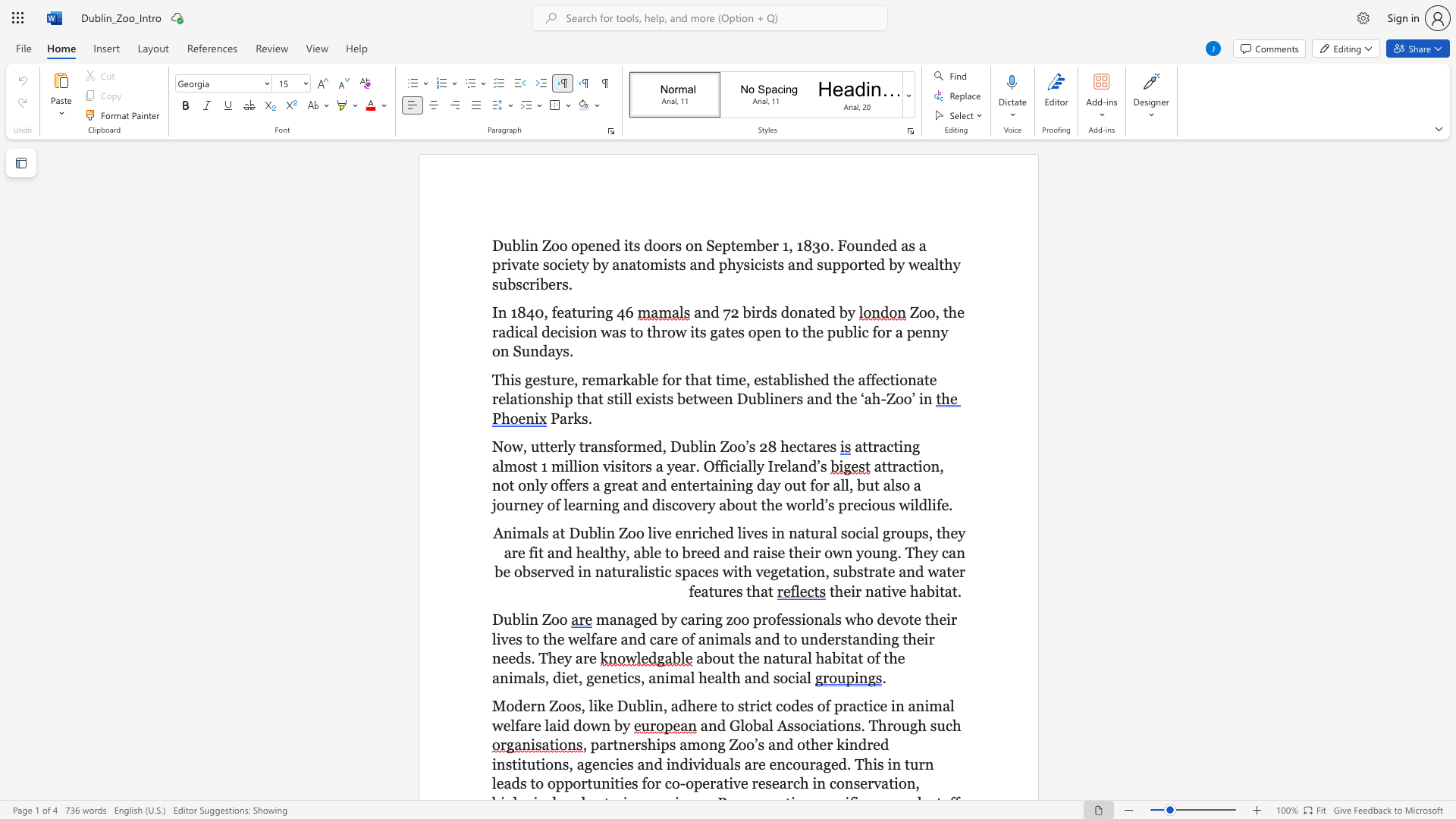  What do you see at coordinates (908, 706) in the screenshot?
I see `the subset text "animal we" within the text "Modern Zoos, like Dublin, adhere to strict codes of practice in animal welfare laid down by"` at bounding box center [908, 706].